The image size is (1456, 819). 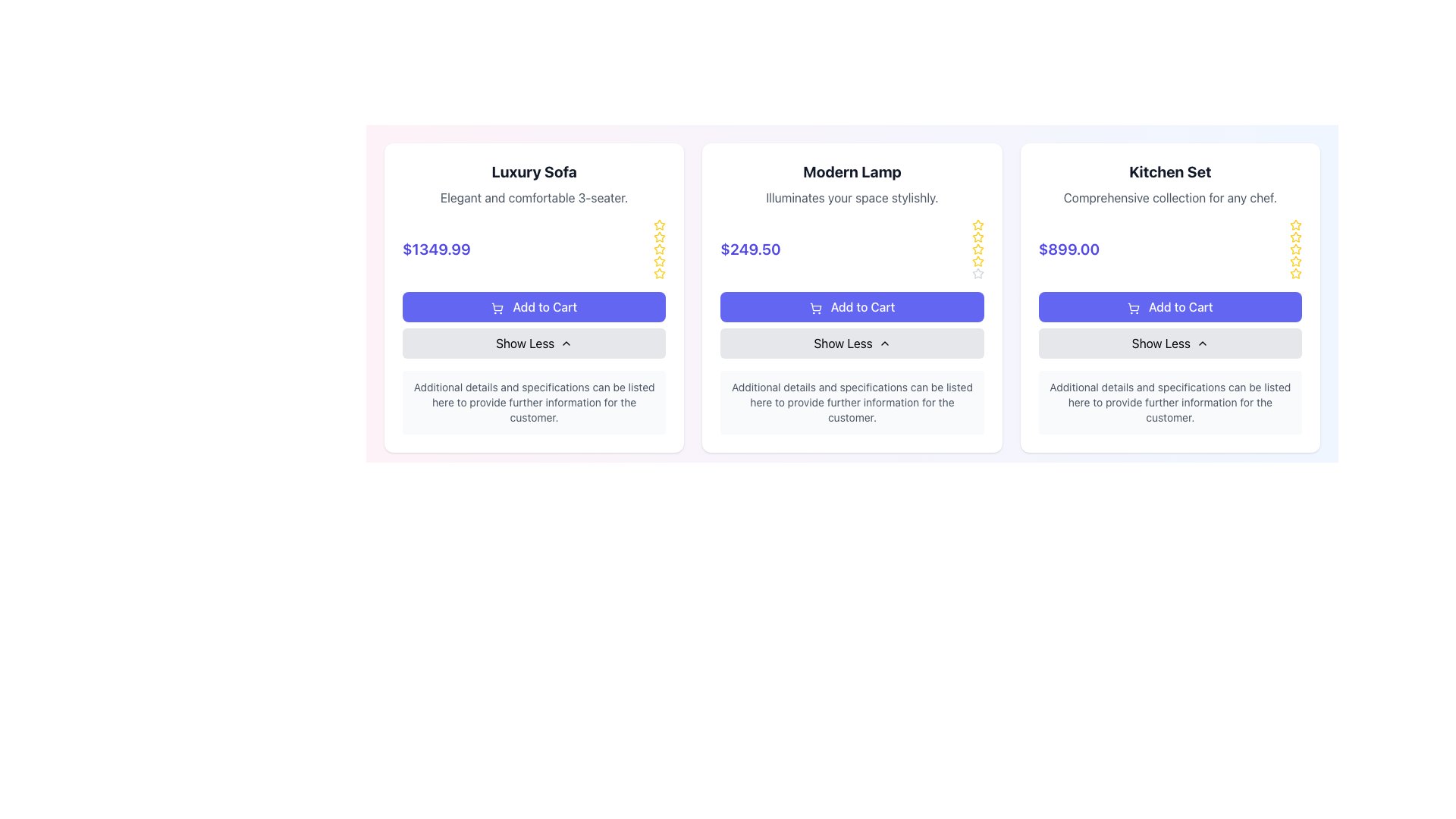 What do you see at coordinates (977, 248) in the screenshot?
I see `the sixth unselected rating star icon for the product 'Modern Lamp', located in the rightmost portion of the product card` at bounding box center [977, 248].